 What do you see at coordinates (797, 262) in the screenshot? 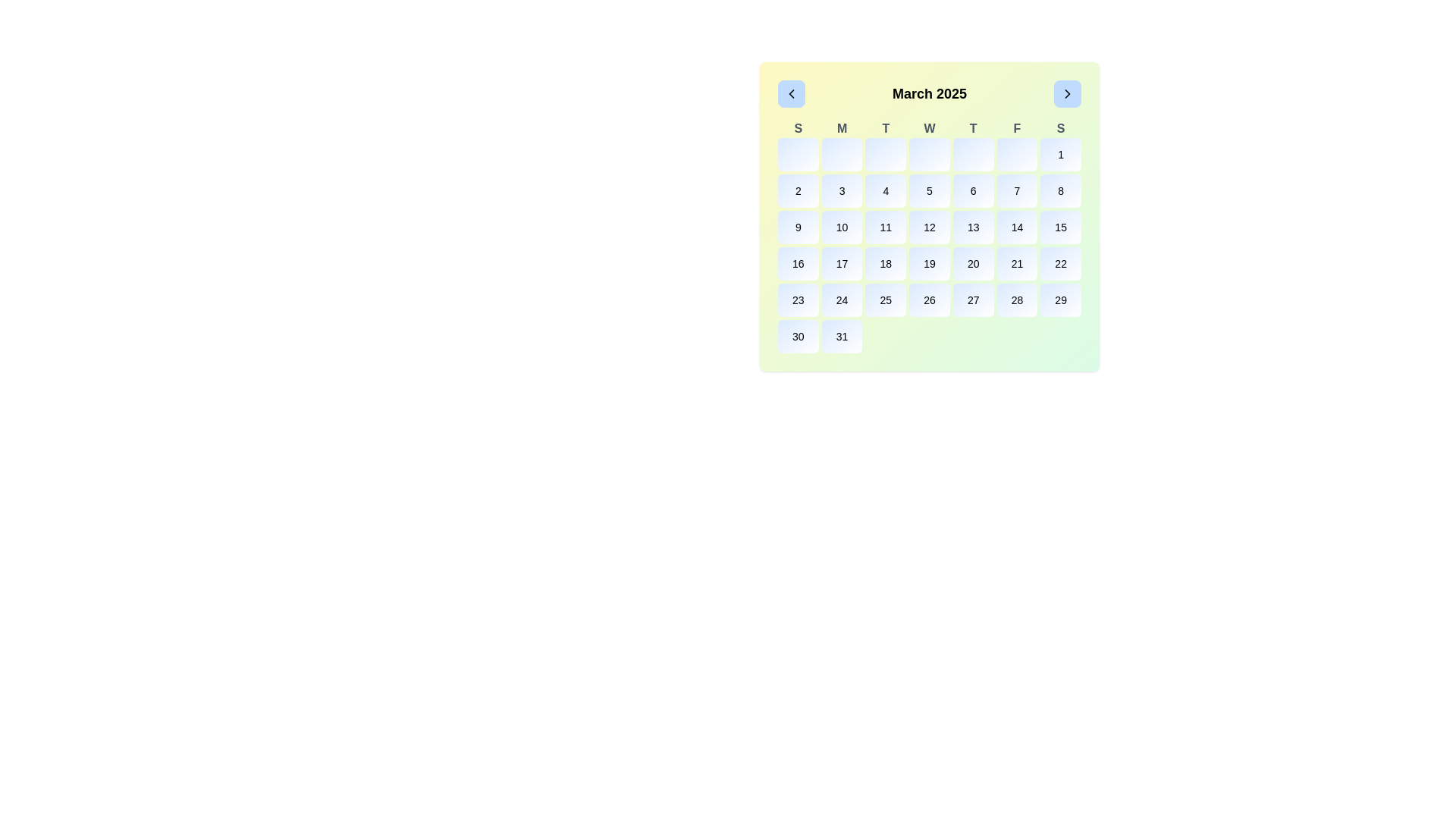
I see `the button with the text '16' in the 4th row and 1st column of the calendar grid` at bounding box center [797, 262].